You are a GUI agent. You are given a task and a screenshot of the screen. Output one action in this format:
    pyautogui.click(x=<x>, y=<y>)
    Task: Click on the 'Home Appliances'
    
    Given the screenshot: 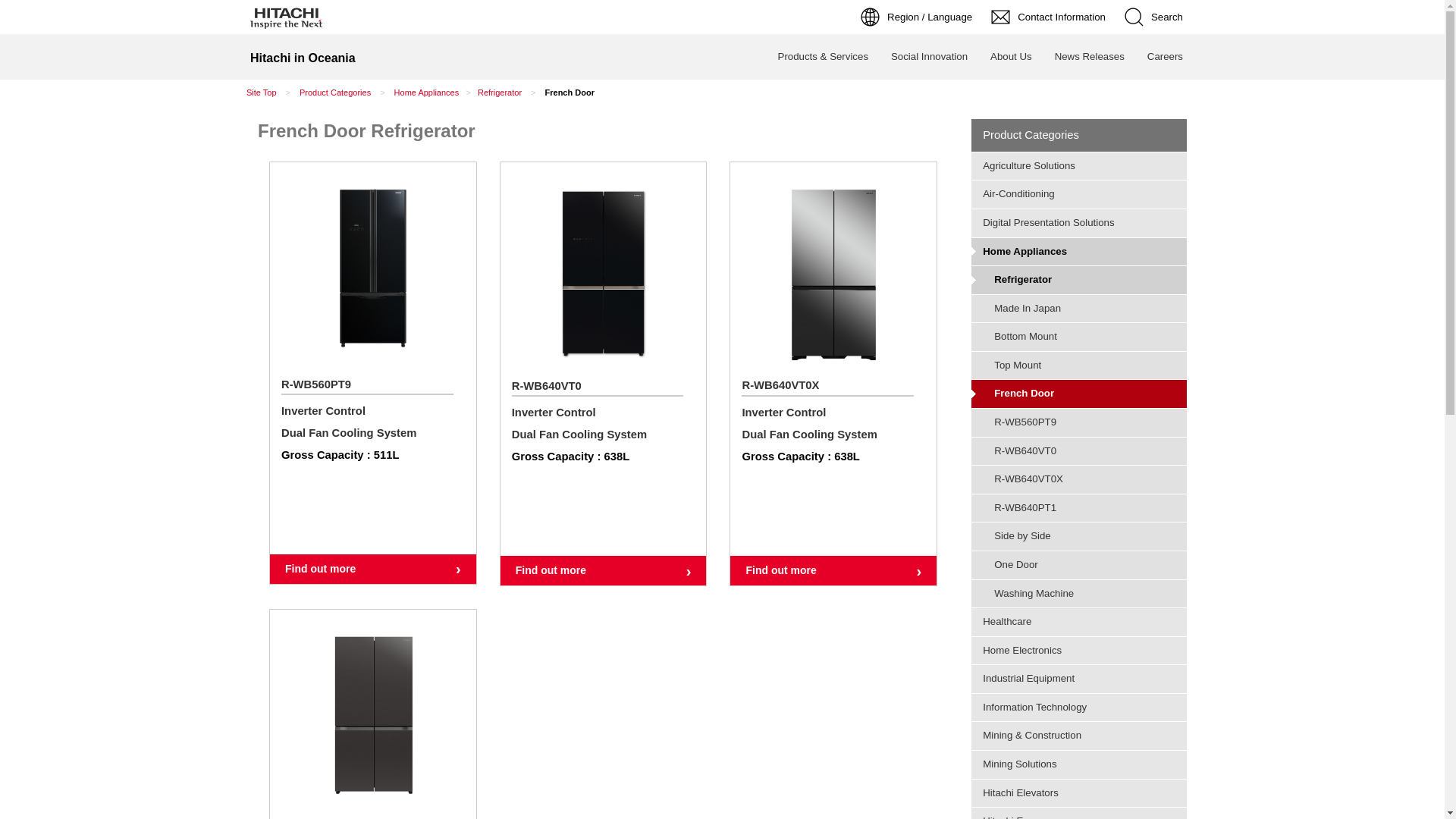 What is the action you would take?
    pyautogui.click(x=971, y=250)
    